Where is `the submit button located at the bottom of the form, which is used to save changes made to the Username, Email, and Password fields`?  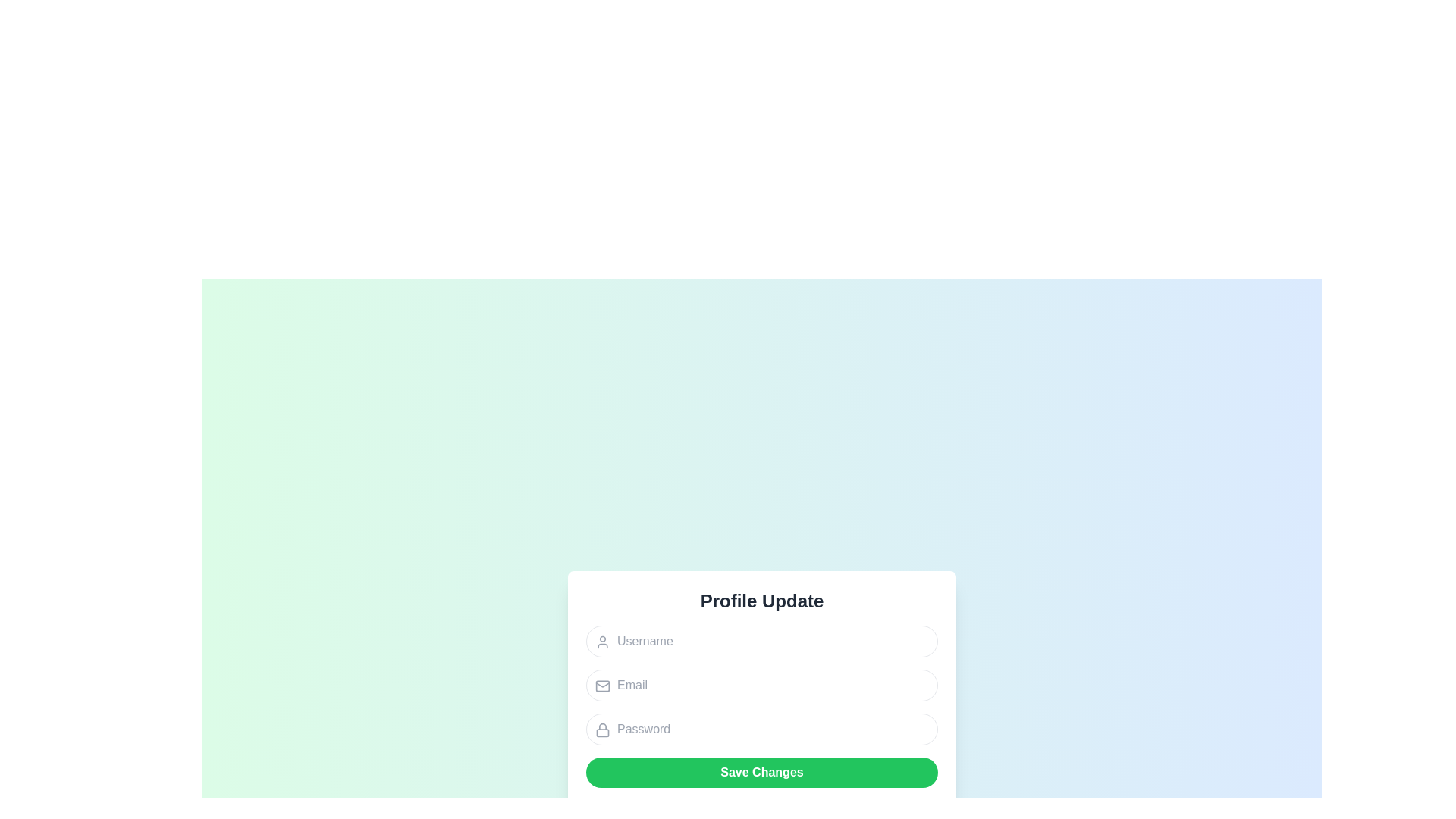 the submit button located at the bottom of the form, which is used to save changes made to the Username, Email, and Password fields is located at coordinates (761, 772).